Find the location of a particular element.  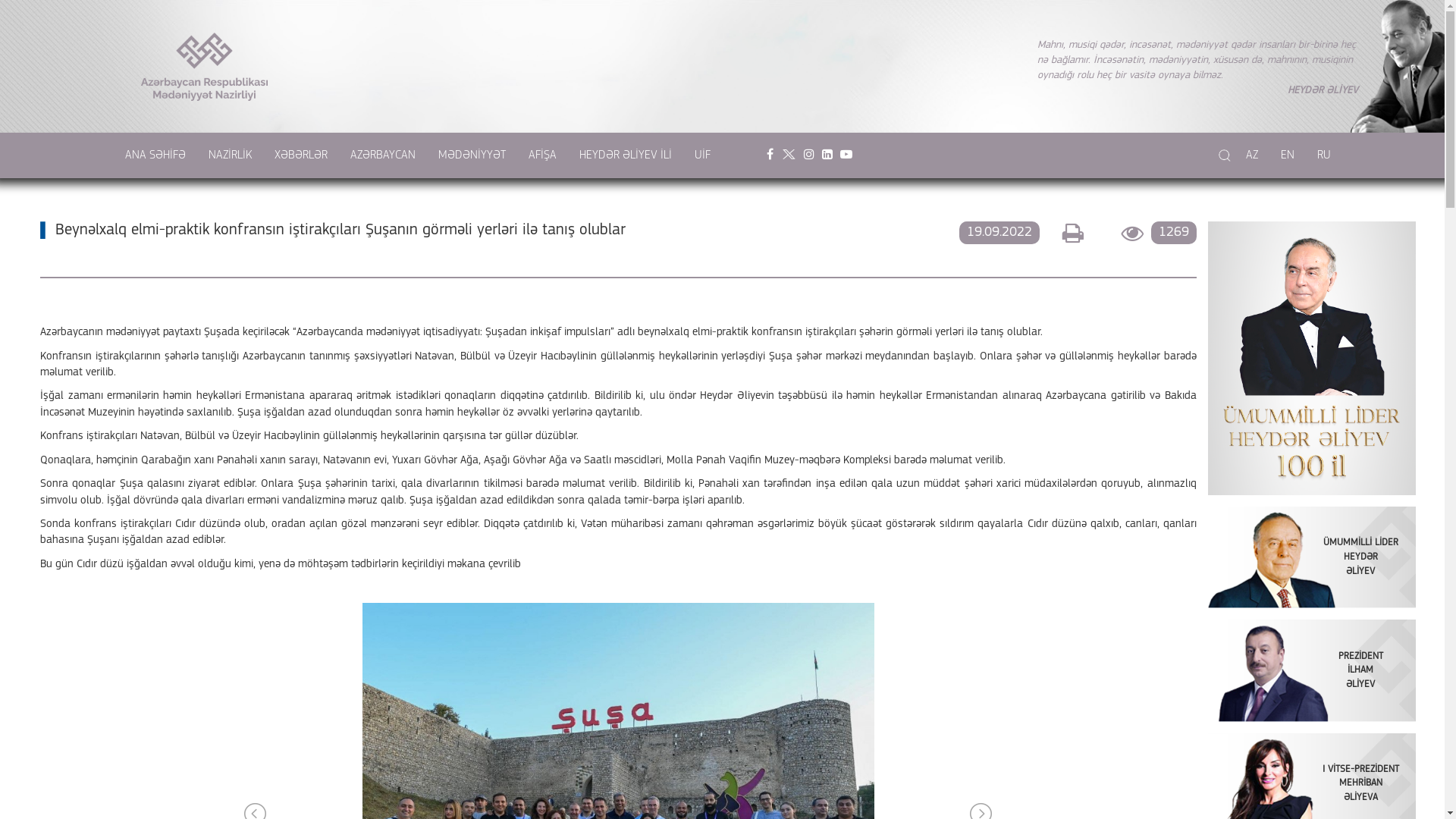

'EN' is located at coordinates (1287, 155).